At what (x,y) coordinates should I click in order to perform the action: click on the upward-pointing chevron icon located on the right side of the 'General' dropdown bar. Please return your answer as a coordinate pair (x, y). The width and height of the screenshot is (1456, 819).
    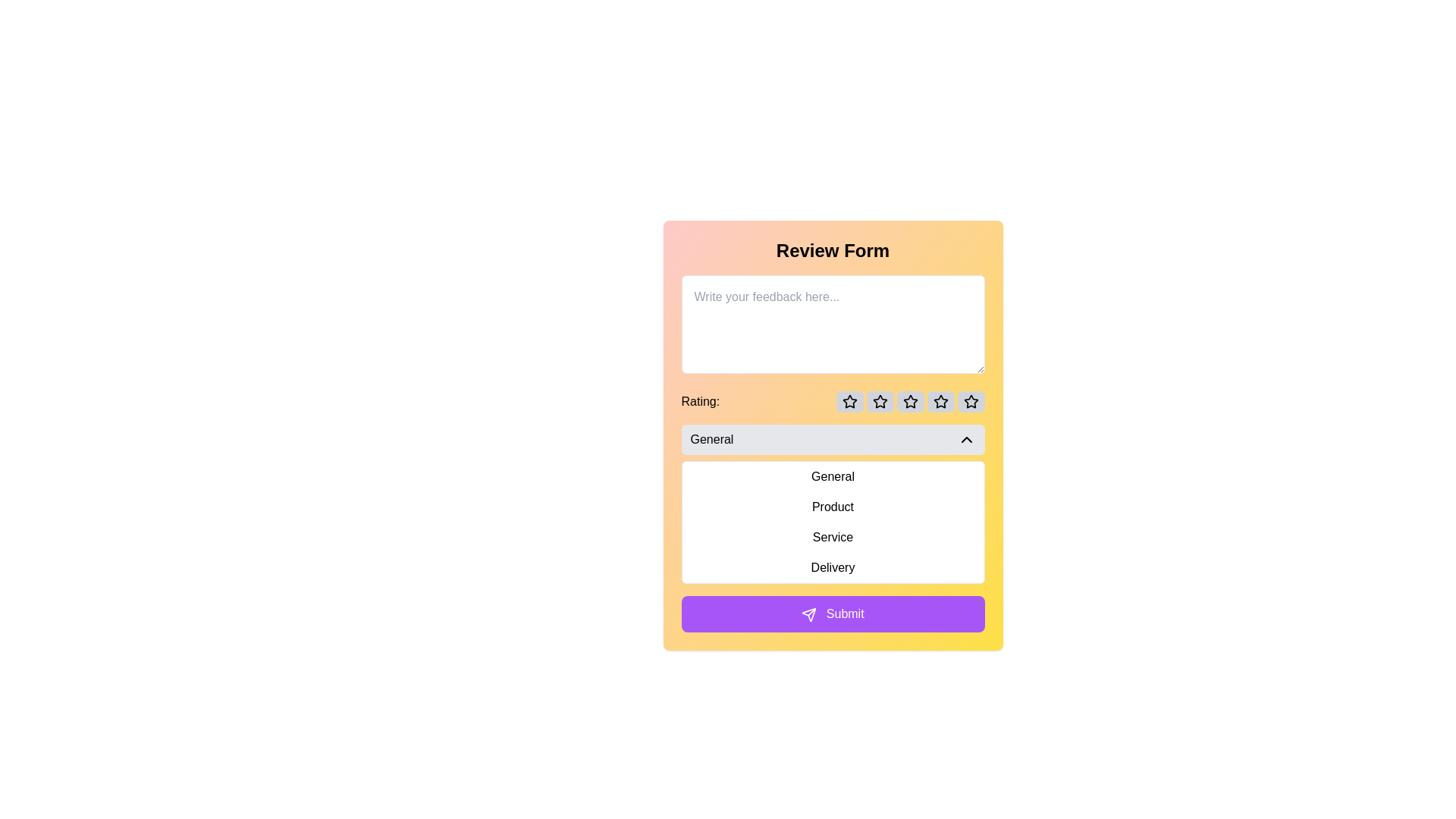
    Looking at the image, I should click on (965, 439).